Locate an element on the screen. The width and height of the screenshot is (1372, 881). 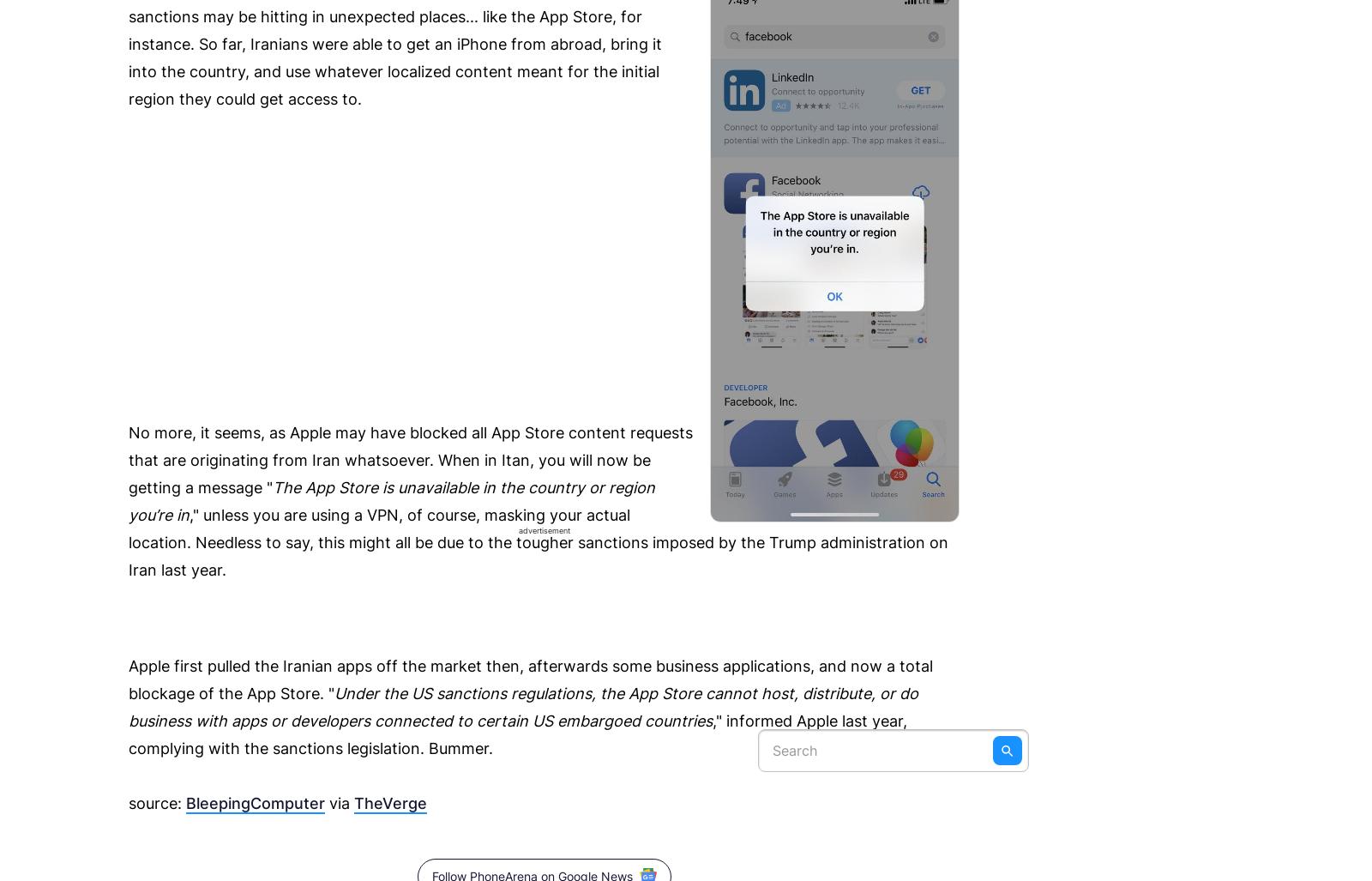
'Ad Consent' is located at coordinates (926, 65).